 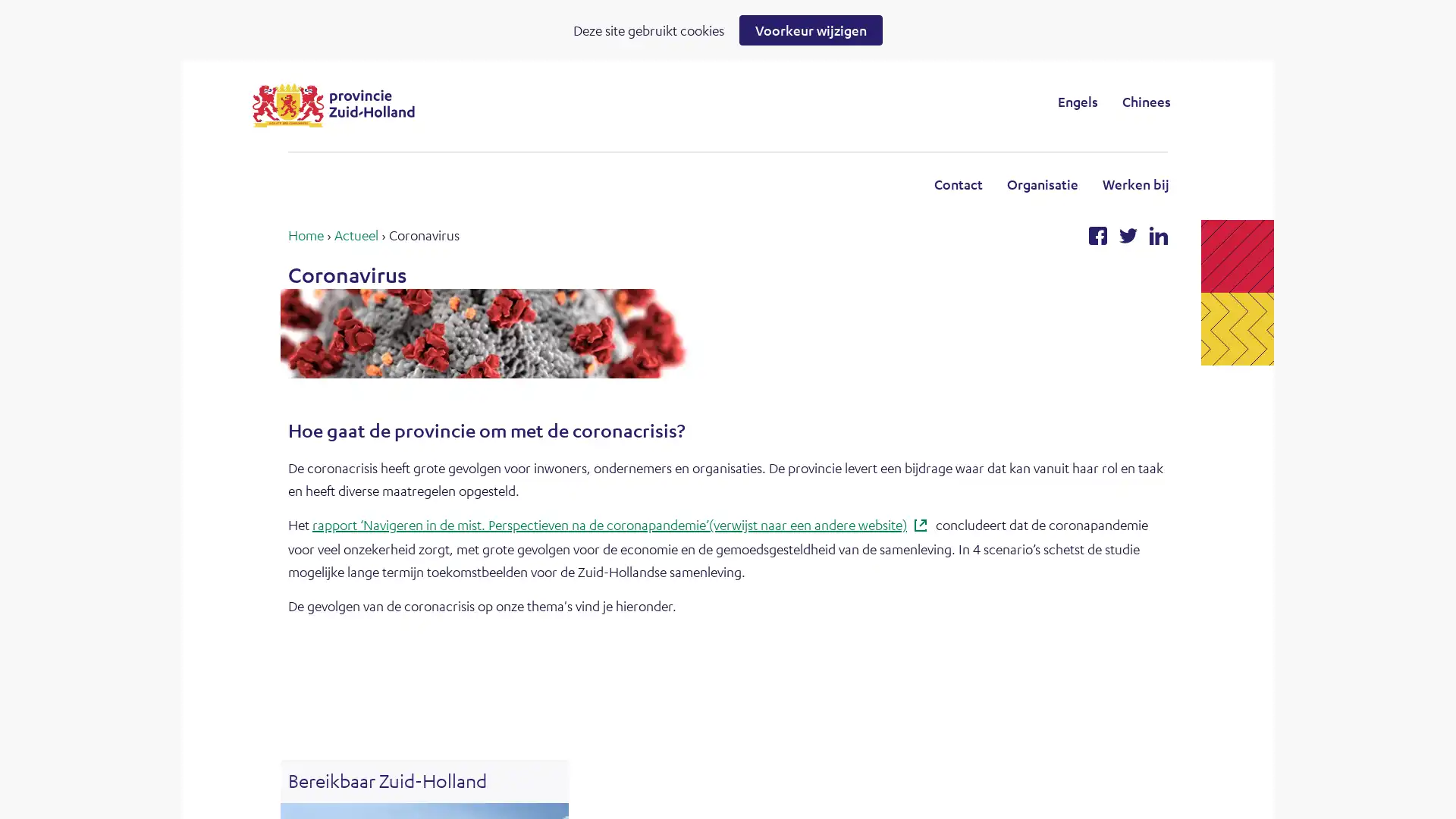 I want to click on Zoeken, so click(x=852, y=101).